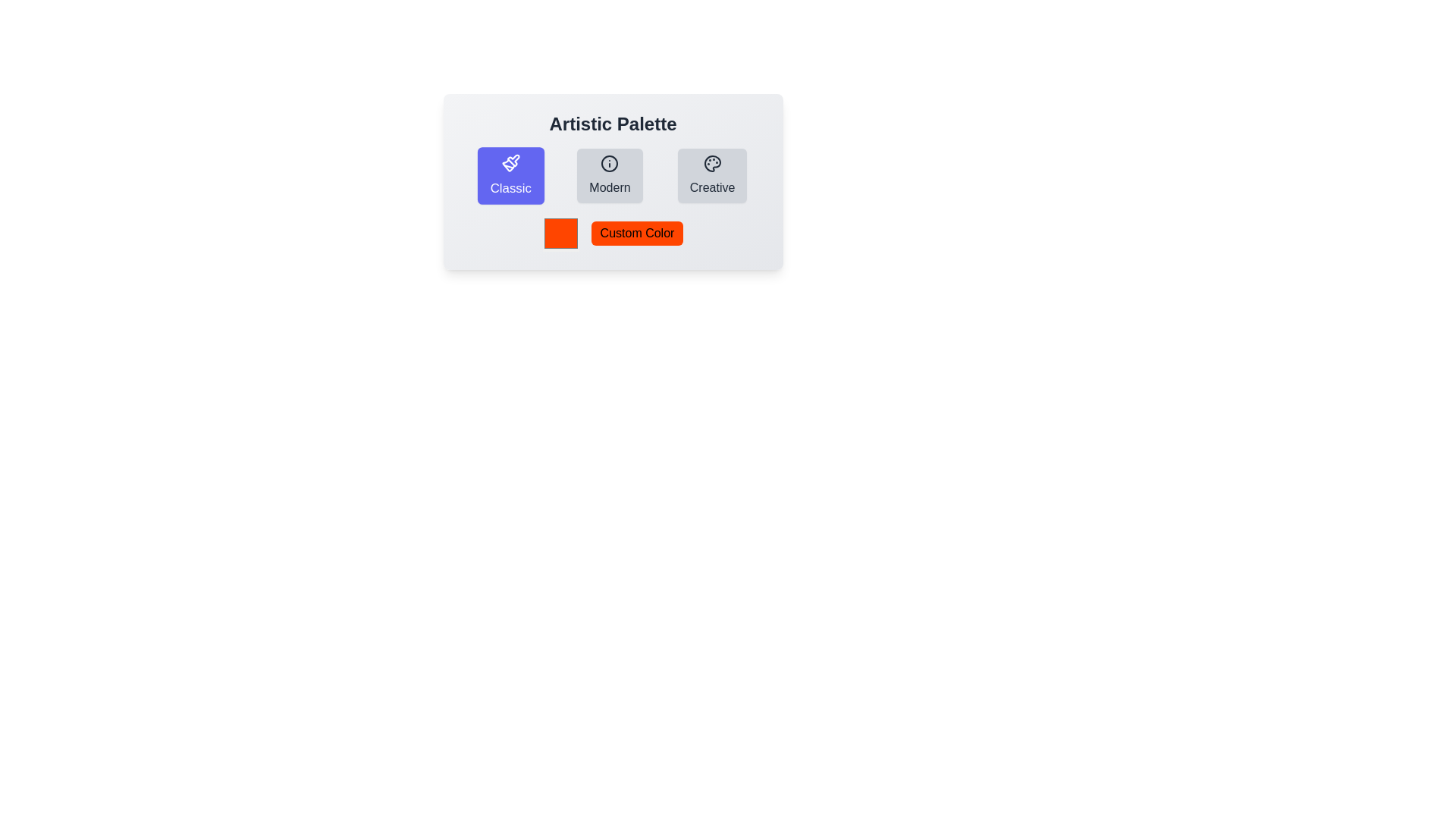  What do you see at coordinates (610, 174) in the screenshot?
I see `the palette option Modern` at bounding box center [610, 174].